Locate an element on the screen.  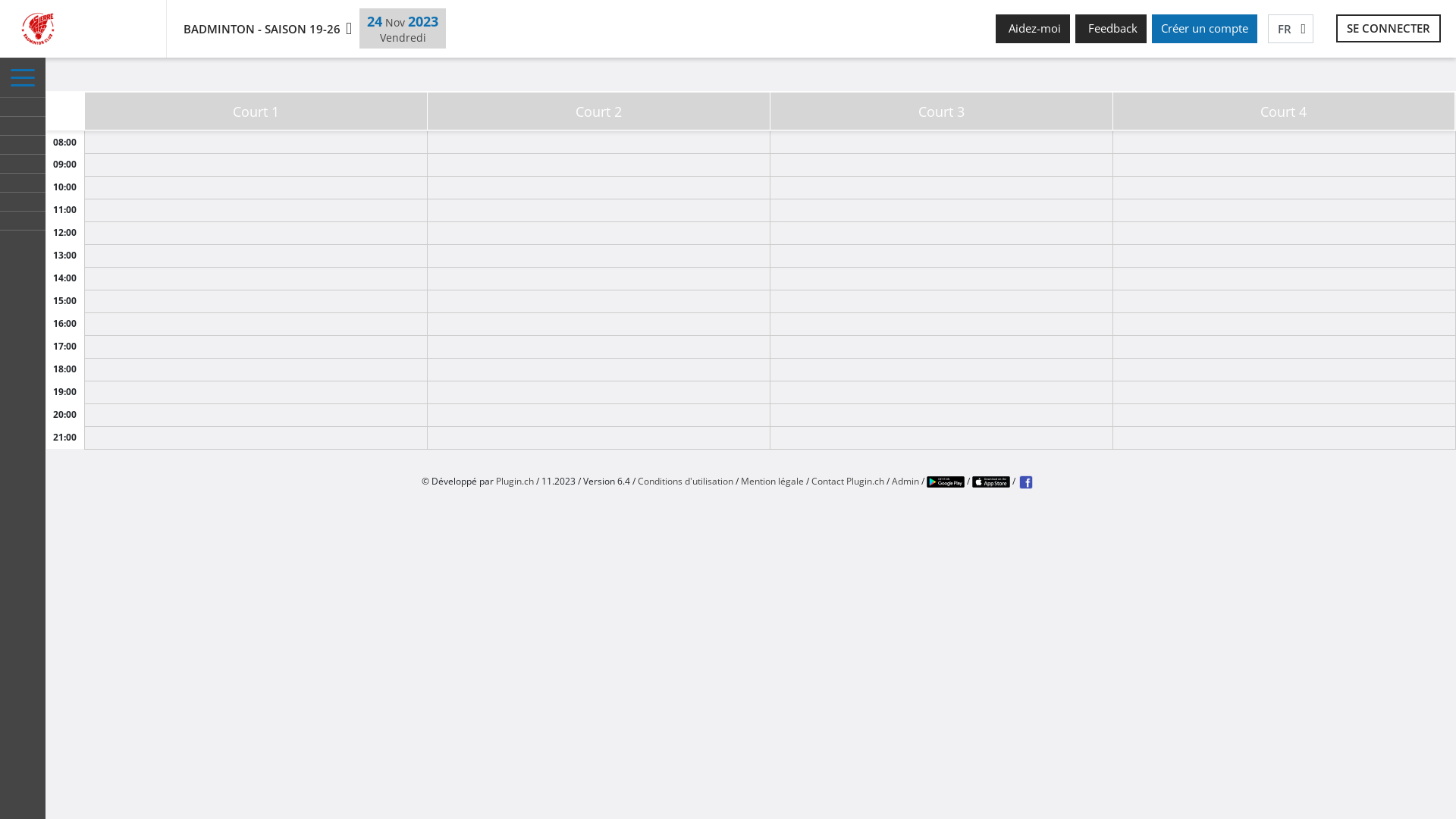
'Aidez-moi' is located at coordinates (1032, 29).